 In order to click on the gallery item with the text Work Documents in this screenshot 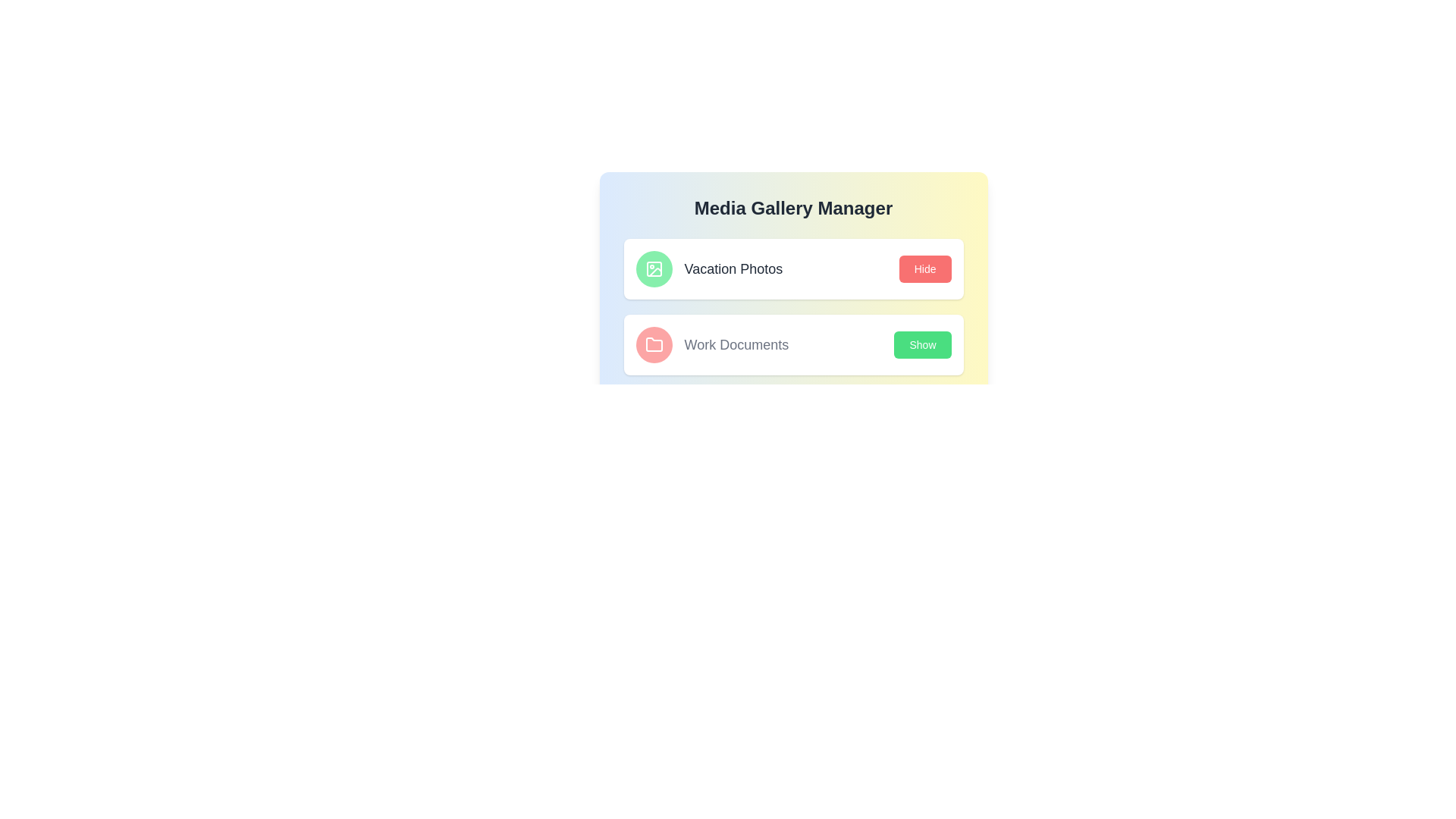, I will do `click(711, 345)`.